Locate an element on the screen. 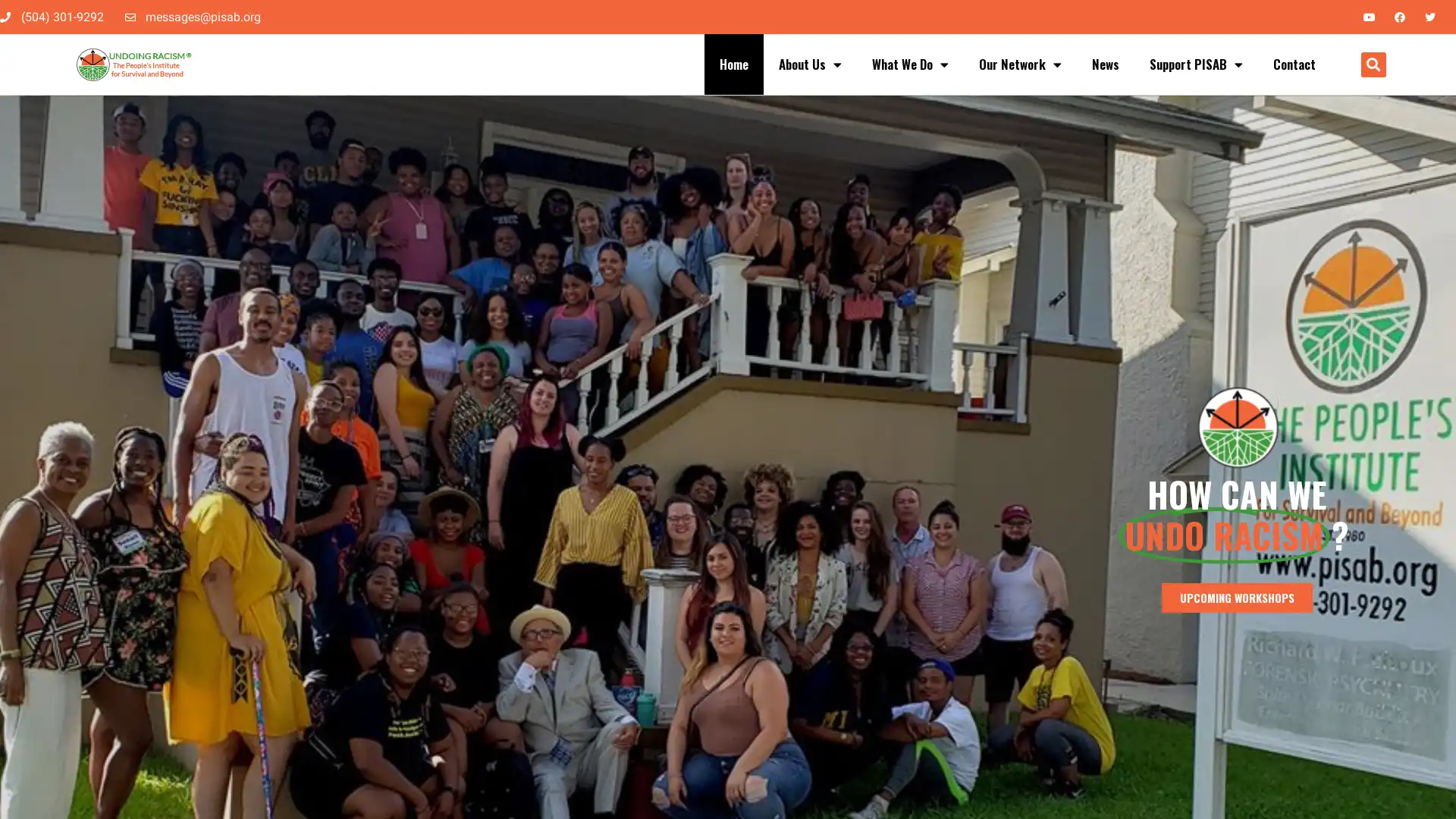 This screenshot has height=819, width=1456. UPCOMING WORKSHOPS is located at coordinates (1237, 597).